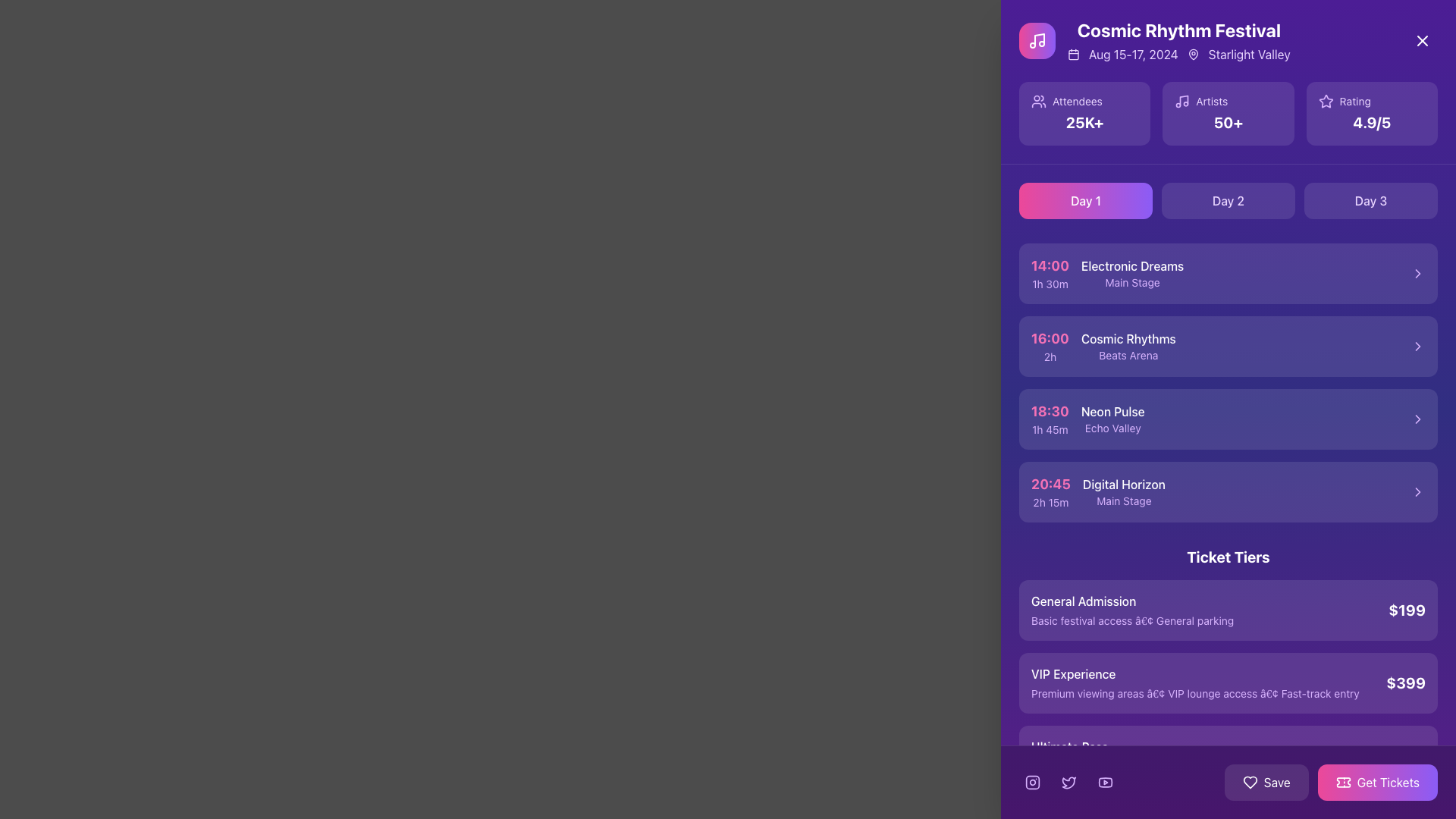 The height and width of the screenshot is (819, 1456). I want to click on the Text Display showing the time '20:45' in bold pink text with smaller purple text '2h 15m' below it, positioned in the fourth event section before the event title 'Digital Horizon', so click(1050, 491).